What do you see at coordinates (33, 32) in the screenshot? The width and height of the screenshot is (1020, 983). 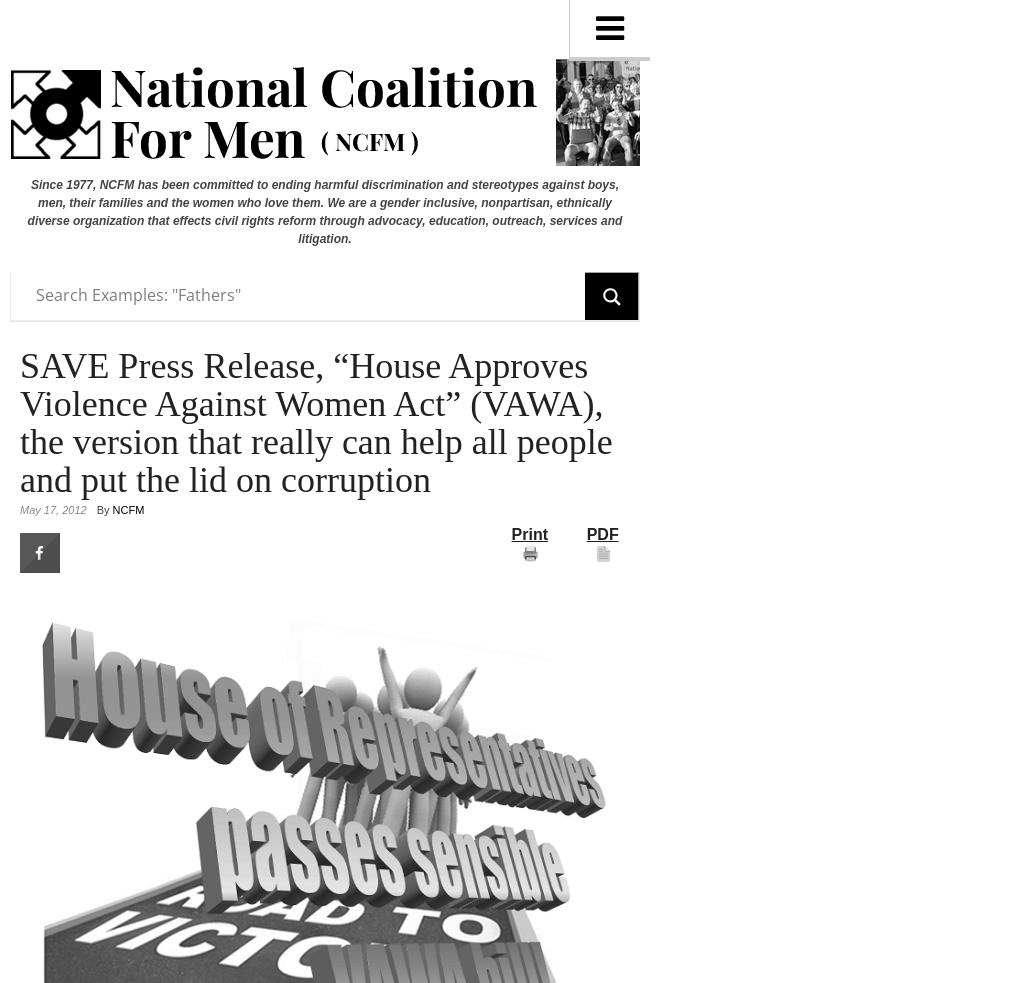 I see `'Log In'` at bounding box center [33, 32].